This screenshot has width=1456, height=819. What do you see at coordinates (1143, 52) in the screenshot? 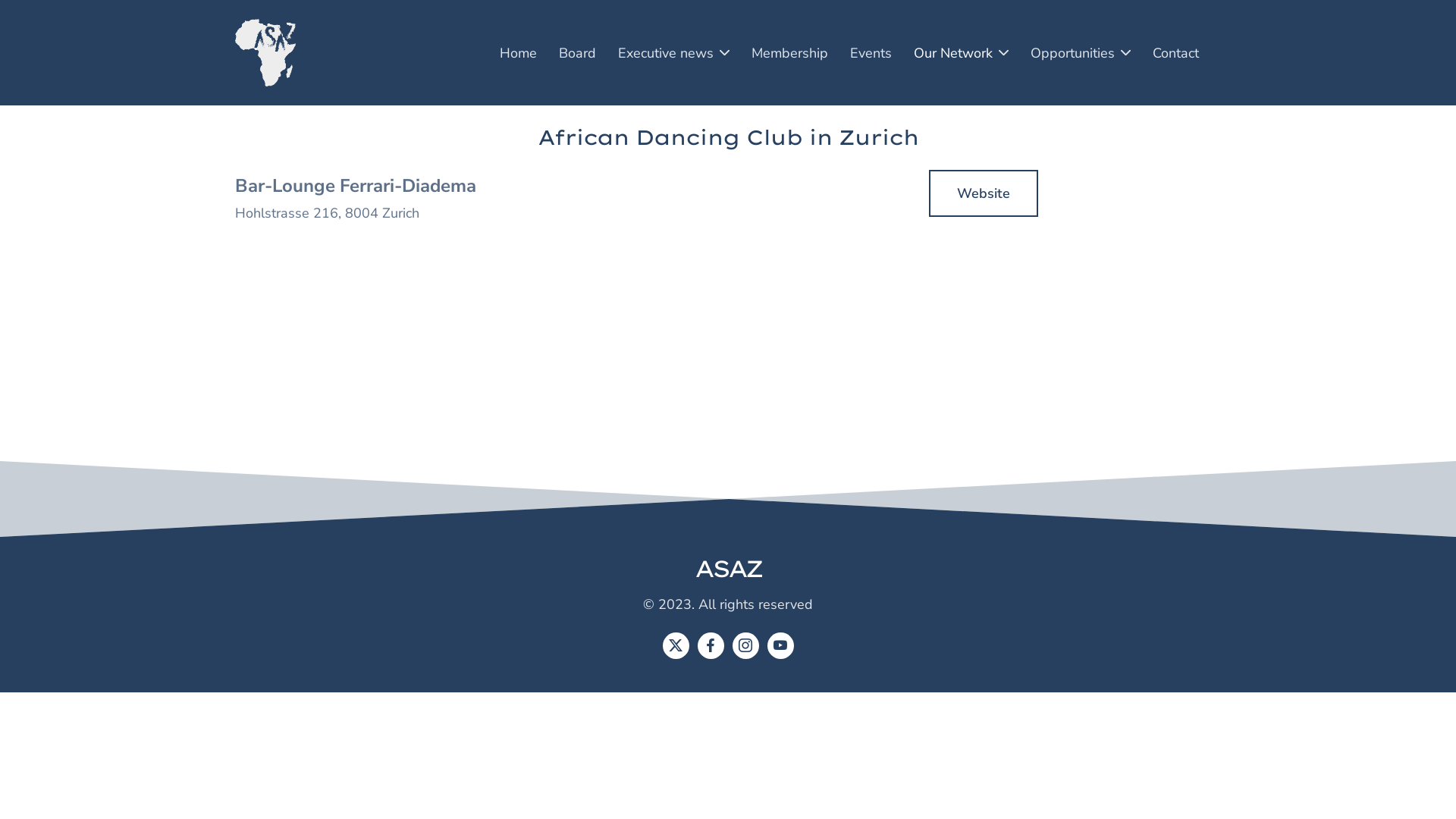
I see `'Contact'` at bounding box center [1143, 52].